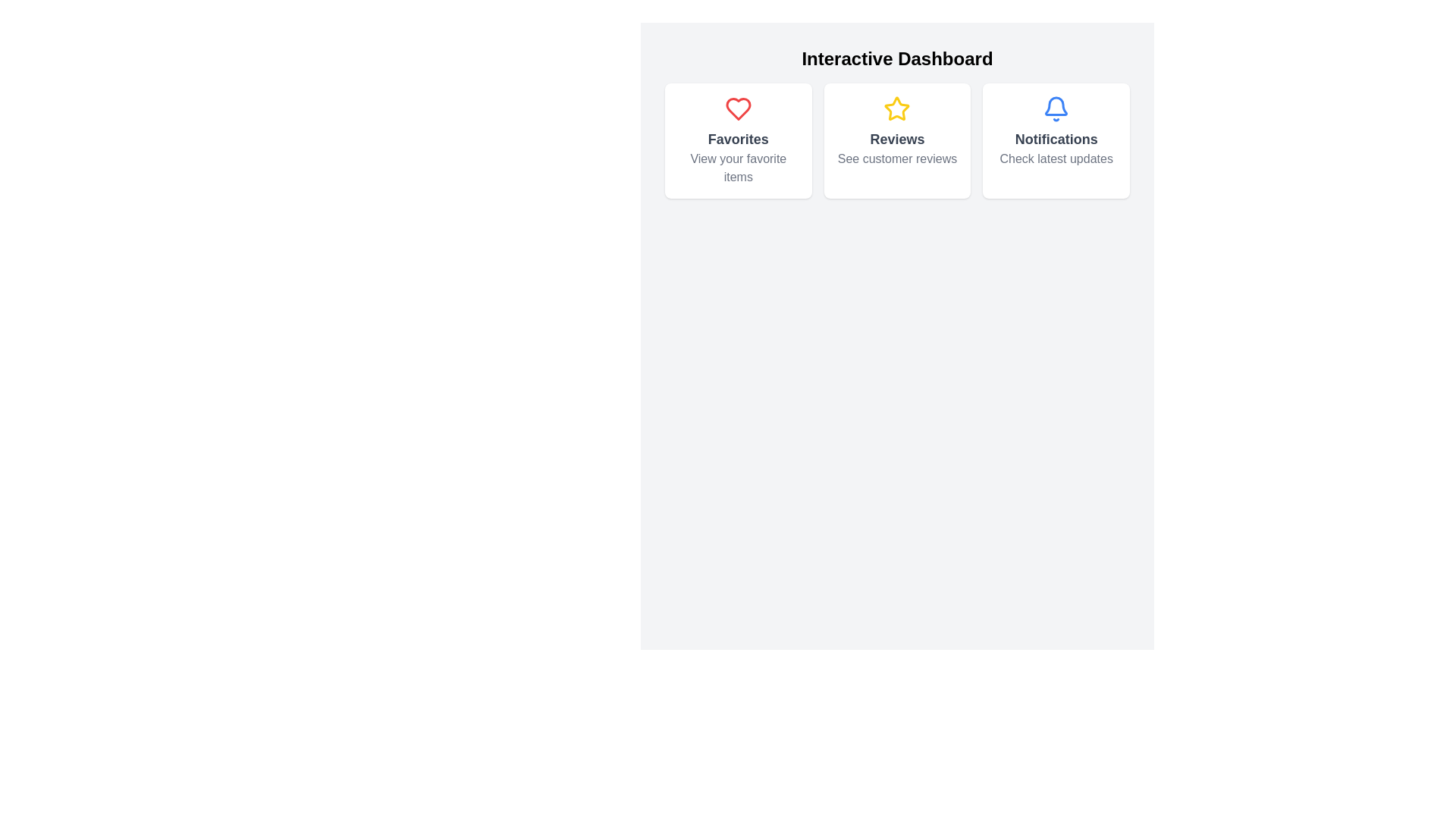  I want to click on the yellow star icon with a hollow center located above the text 'See customer reviews' in the 'Reviews' panel, so click(897, 108).